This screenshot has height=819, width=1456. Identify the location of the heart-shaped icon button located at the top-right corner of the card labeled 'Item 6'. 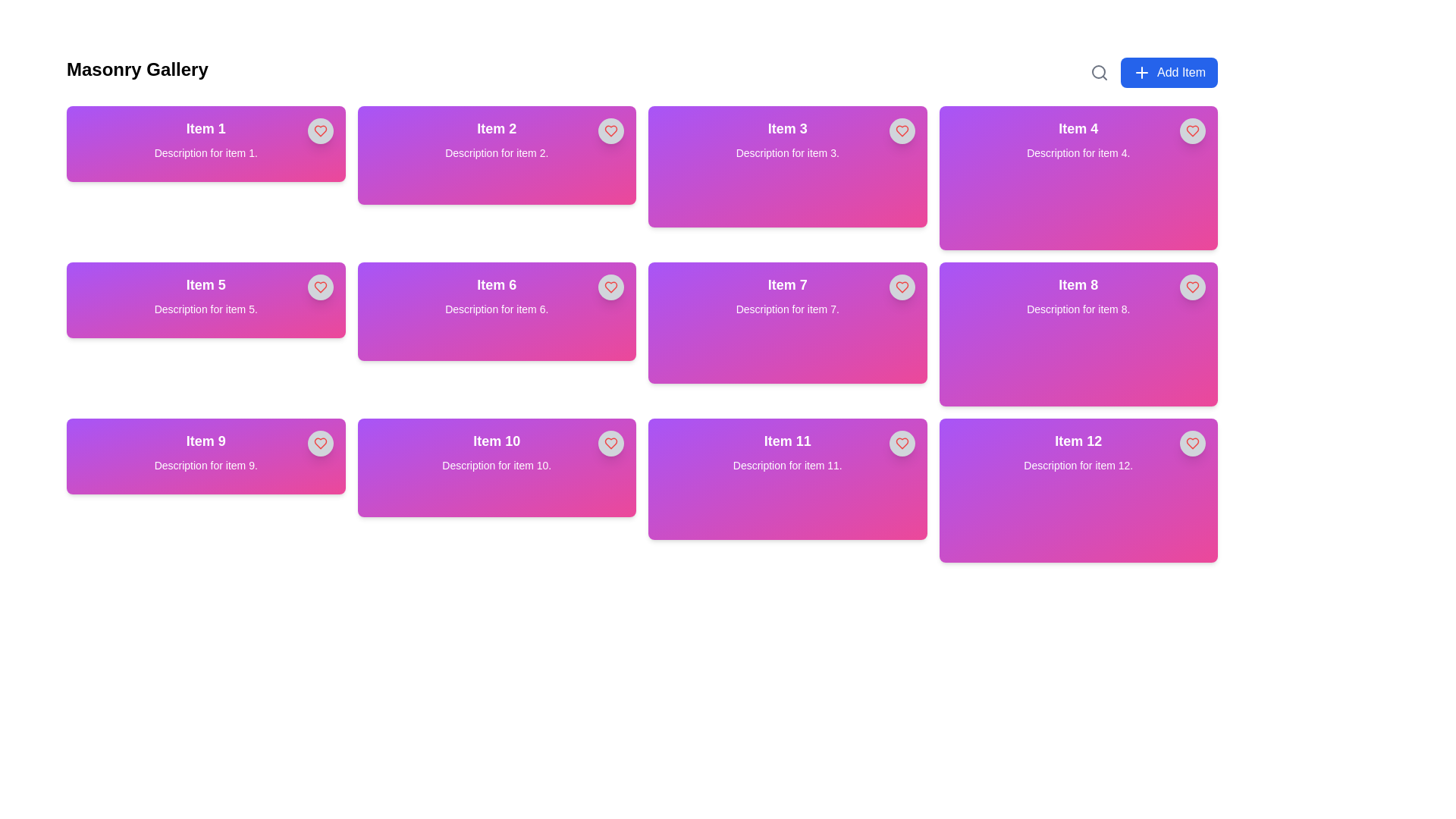
(611, 287).